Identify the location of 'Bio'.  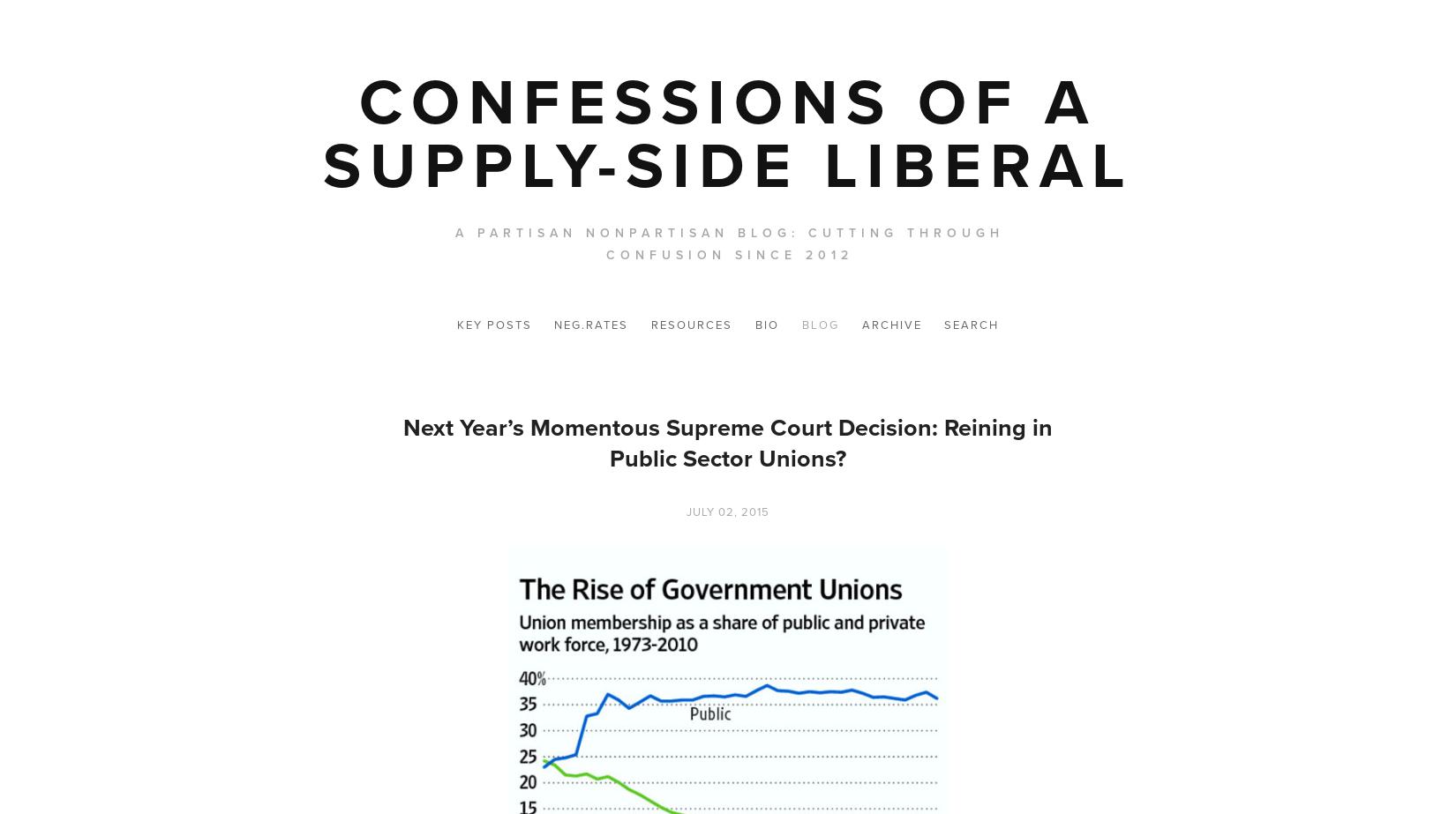
(755, 325).